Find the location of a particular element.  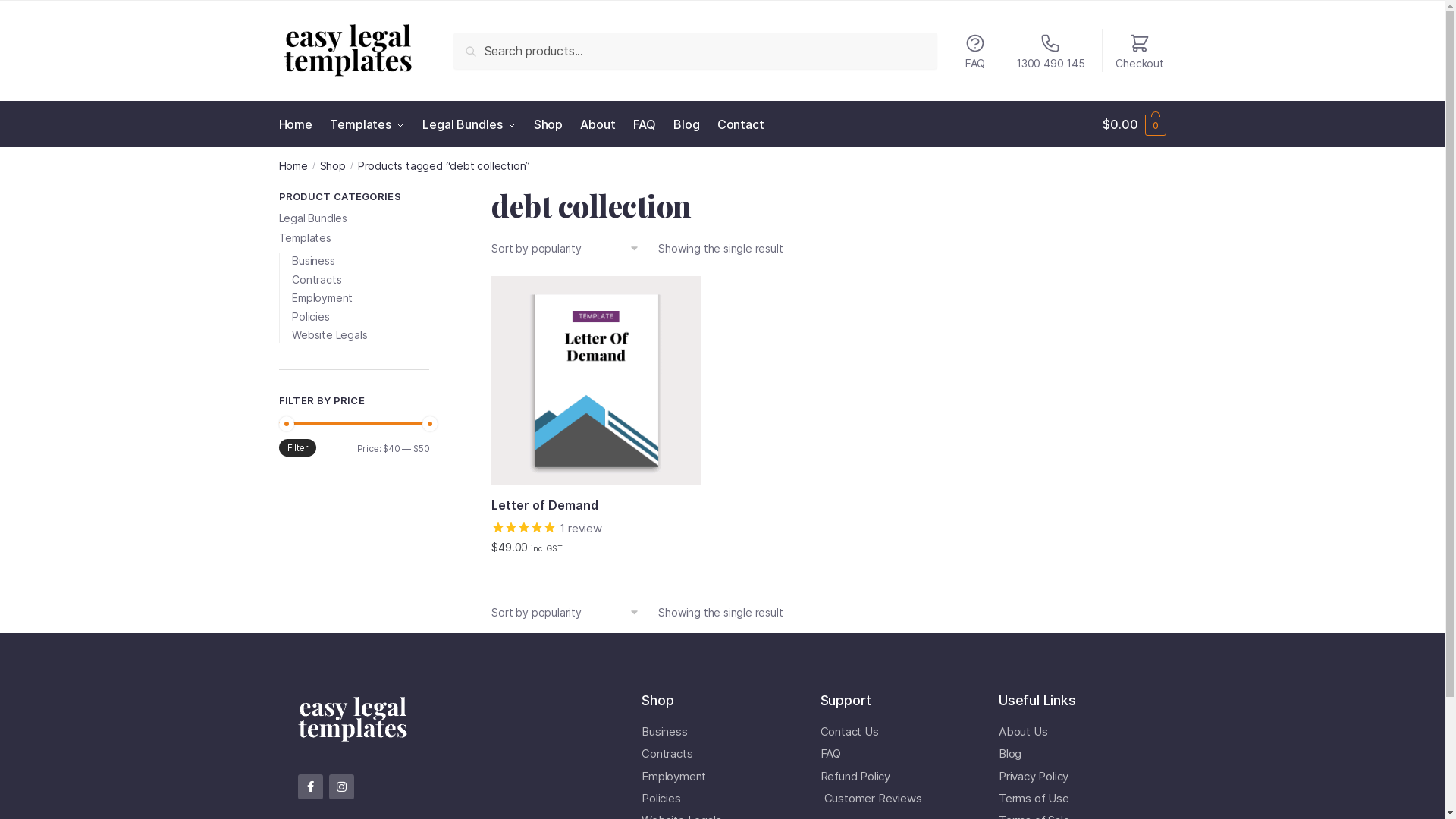

'FAQ' is located at coordinates (974, 49).